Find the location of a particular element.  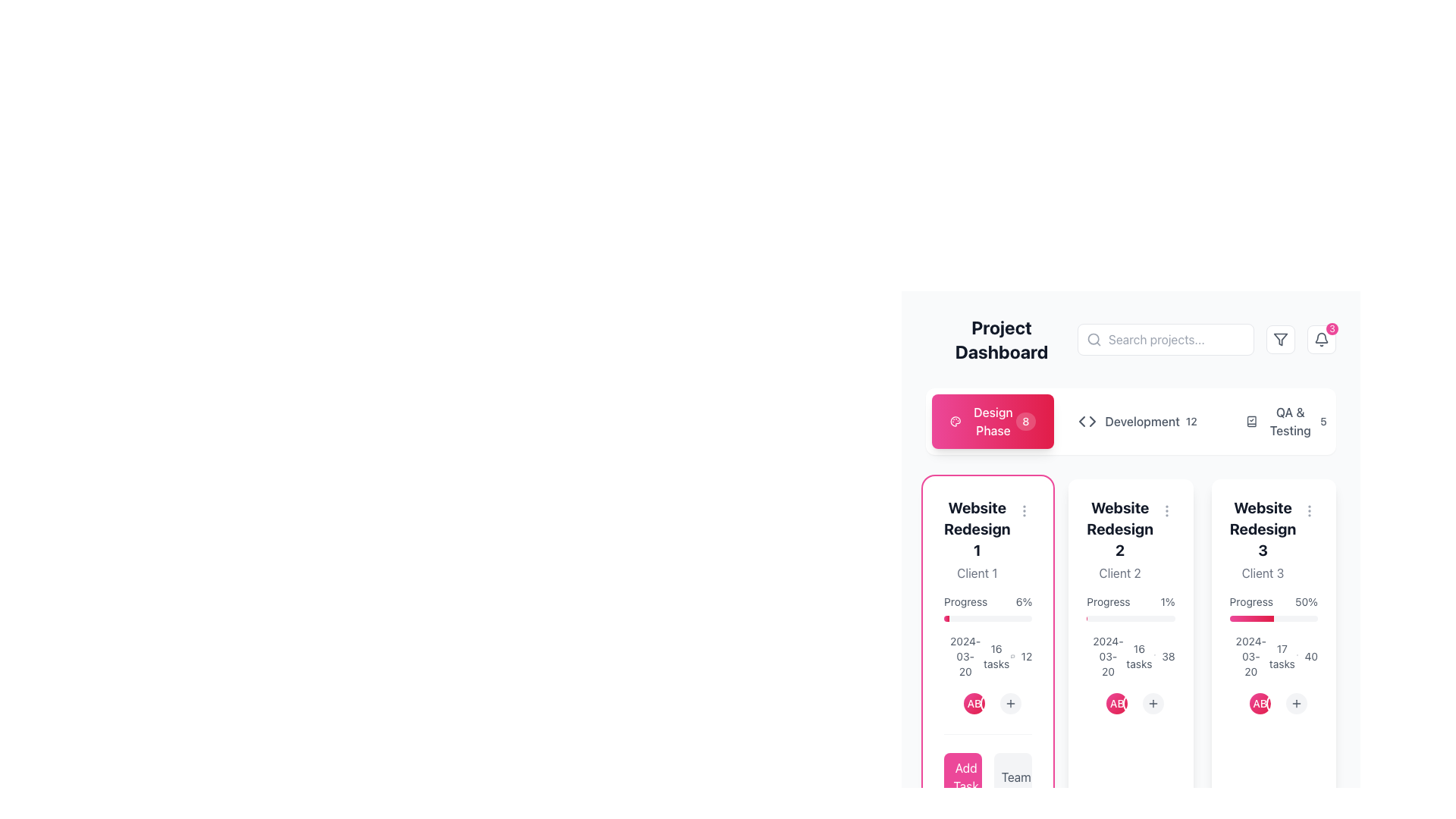

the label displaying '16 tasks' with a clock icon, located under the progress bar in the first card of the grid for the project 'Website Redesign 1' is located at coordinates (988, 656).